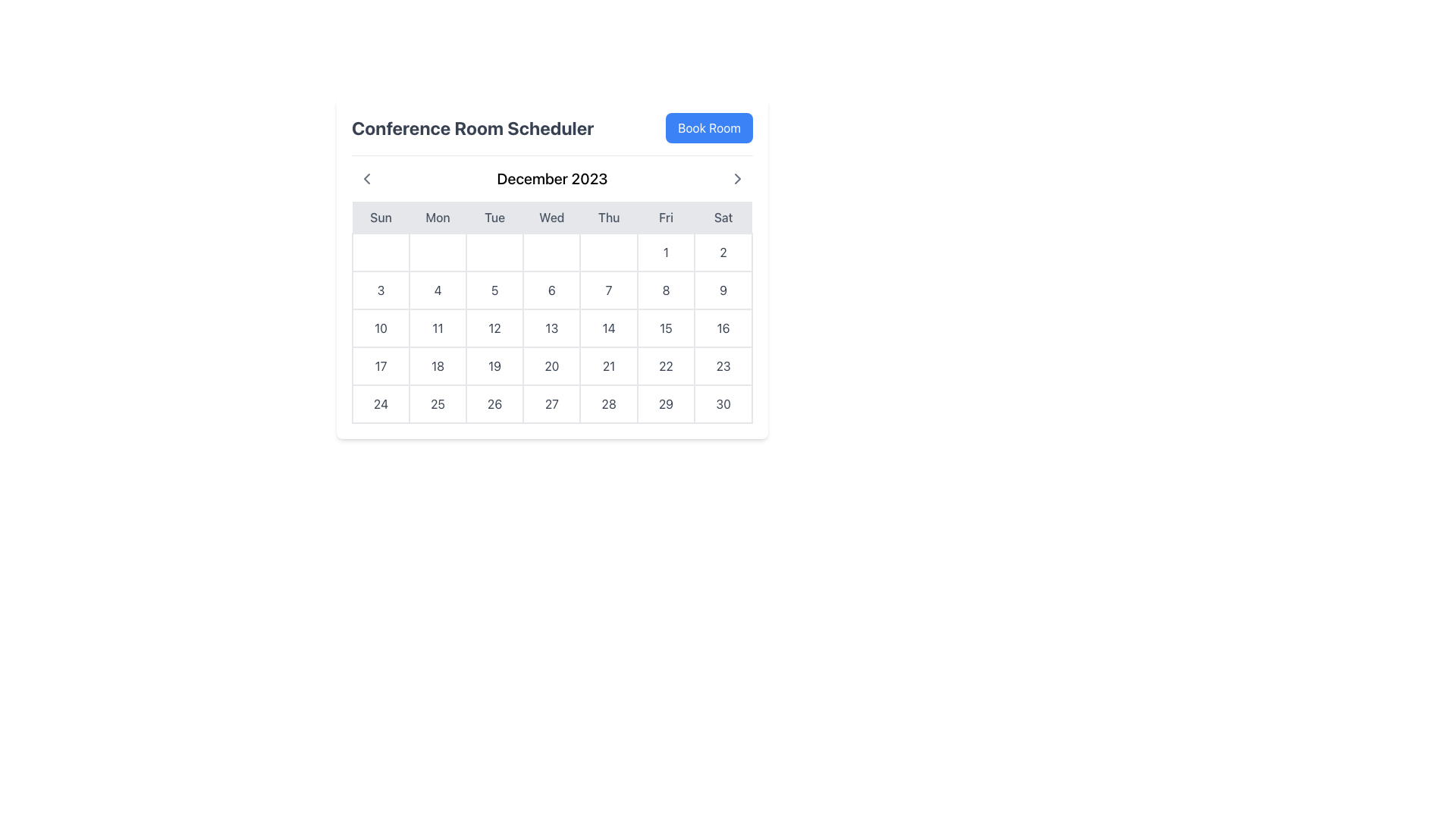 The height and width of the screenshot is (819, 1456). Describe the element at coordinates (608, 403) in the screenshot. I see `the square button with a white background, dark gray border, and bold '28' text` at that location.